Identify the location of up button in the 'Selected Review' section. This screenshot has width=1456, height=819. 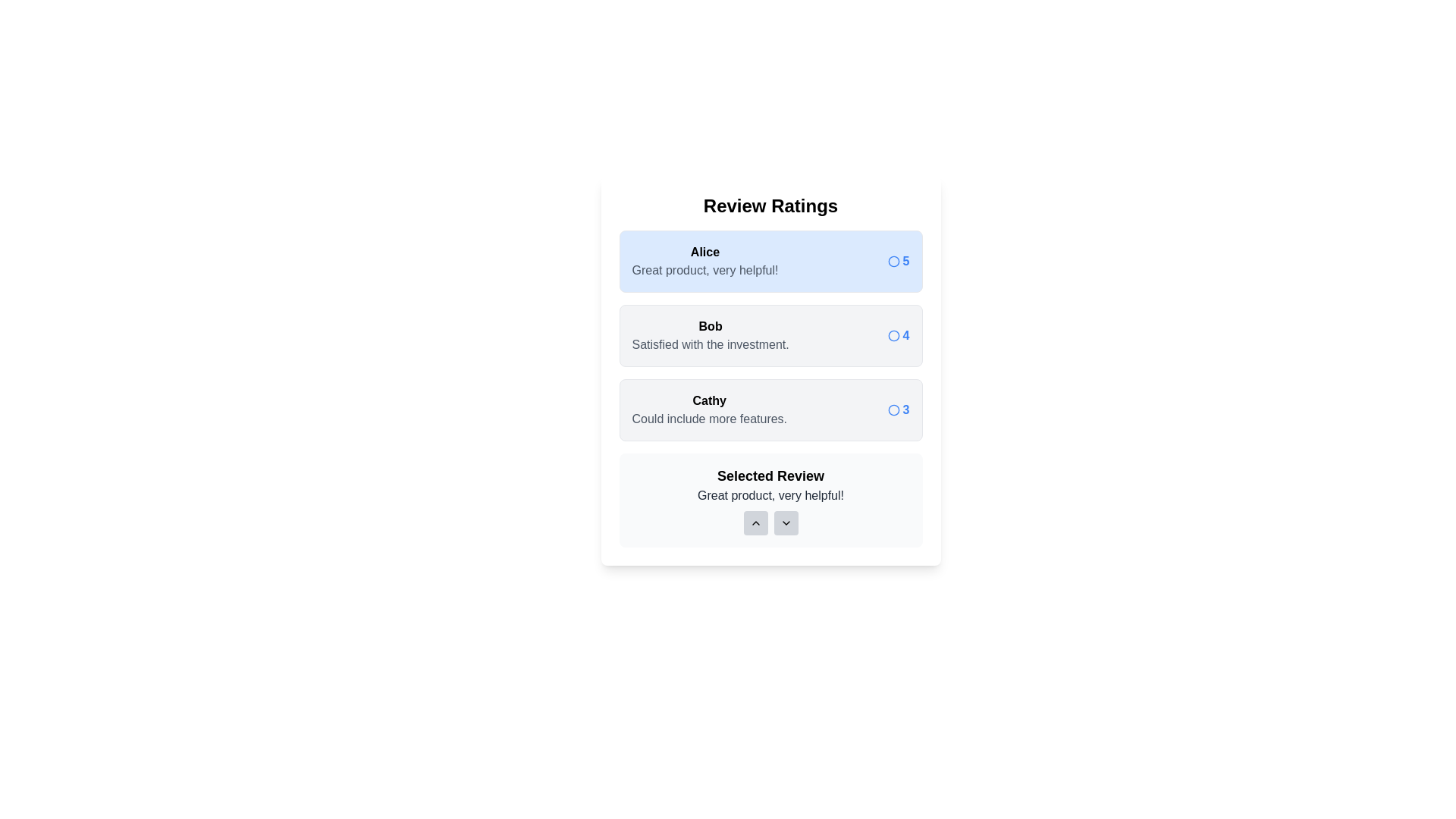
(755, 522).